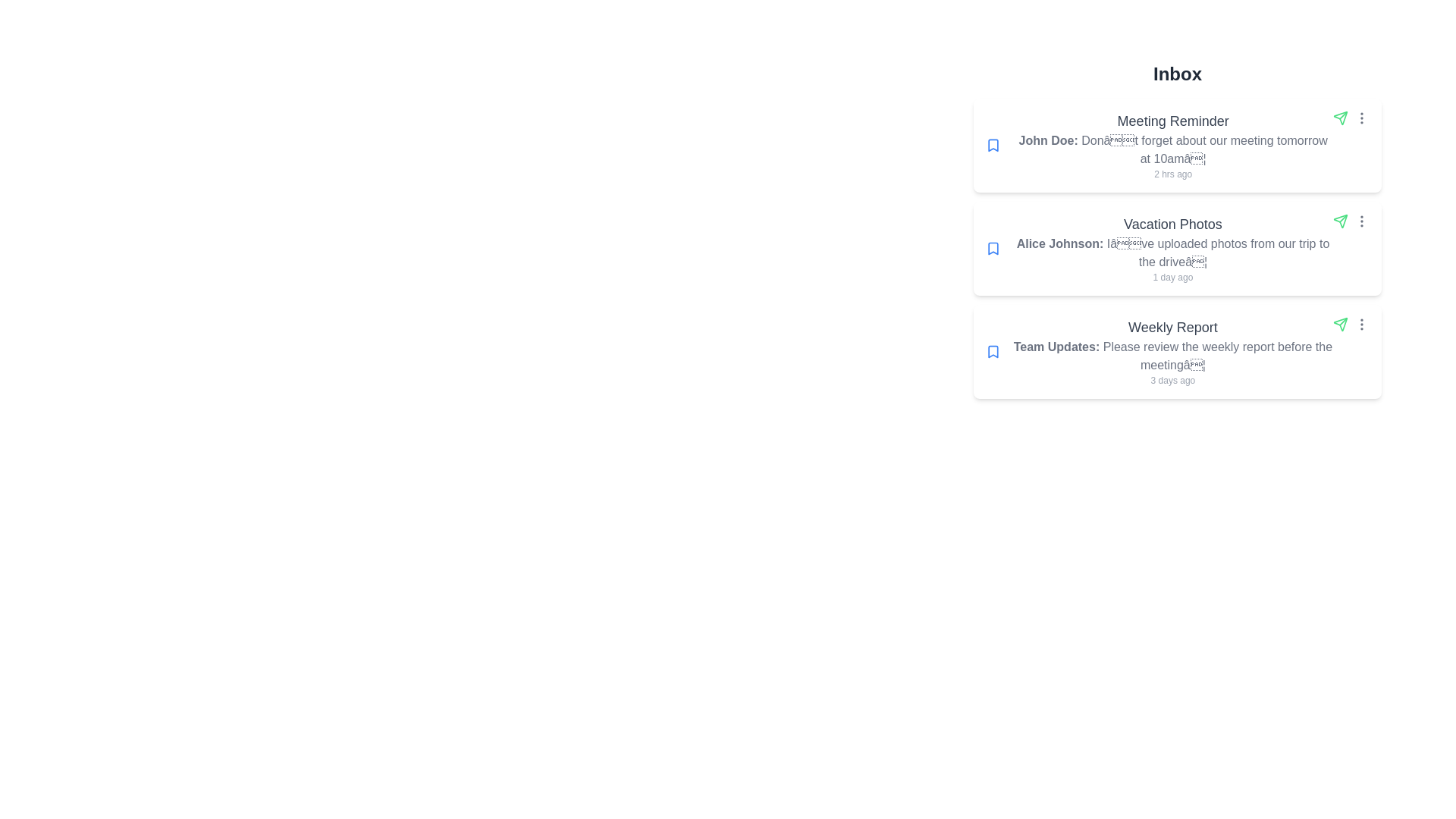 This screenshot has height=819, width=1456. What do you see at coordinates (993, 351) in the screenshot?
I see `bookmark icon for the message with subject Weekly Report` at bounding box center [993, 351].